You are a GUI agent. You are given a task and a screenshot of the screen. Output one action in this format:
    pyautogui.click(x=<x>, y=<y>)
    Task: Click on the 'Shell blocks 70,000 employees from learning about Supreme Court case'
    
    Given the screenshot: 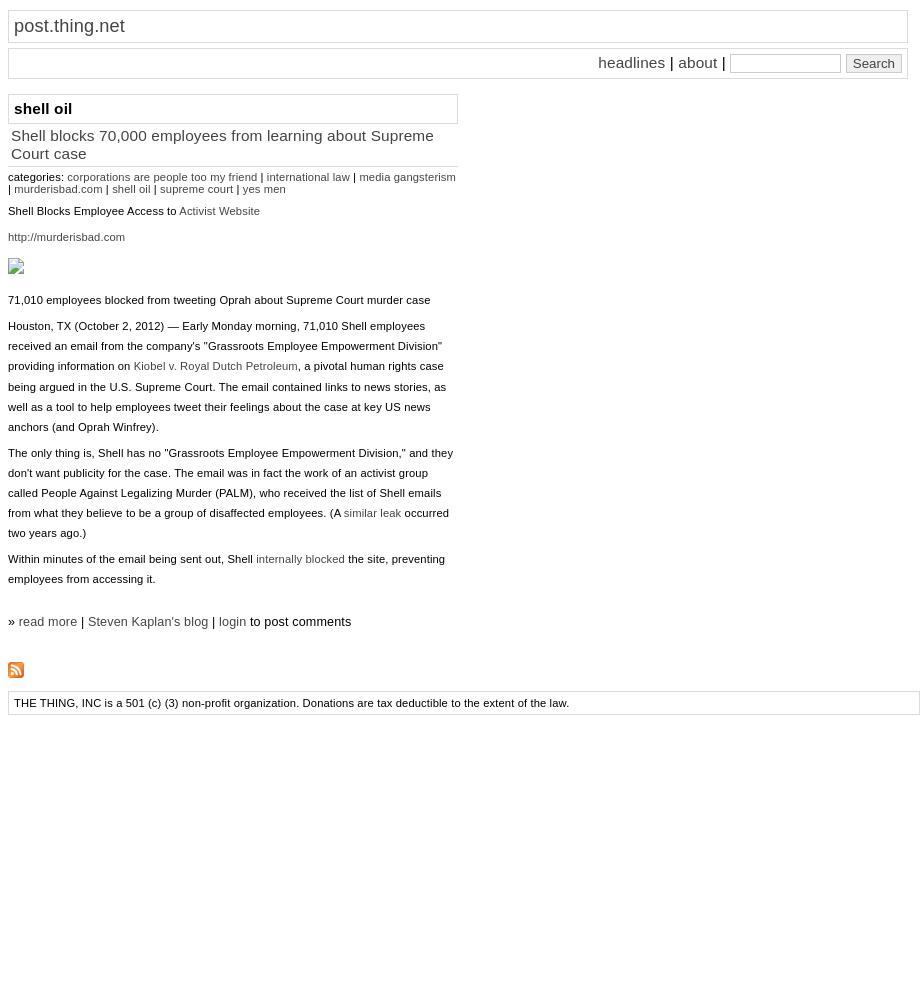 What is the action you would take?
    pyautogui.click(x=220, y=144)
    